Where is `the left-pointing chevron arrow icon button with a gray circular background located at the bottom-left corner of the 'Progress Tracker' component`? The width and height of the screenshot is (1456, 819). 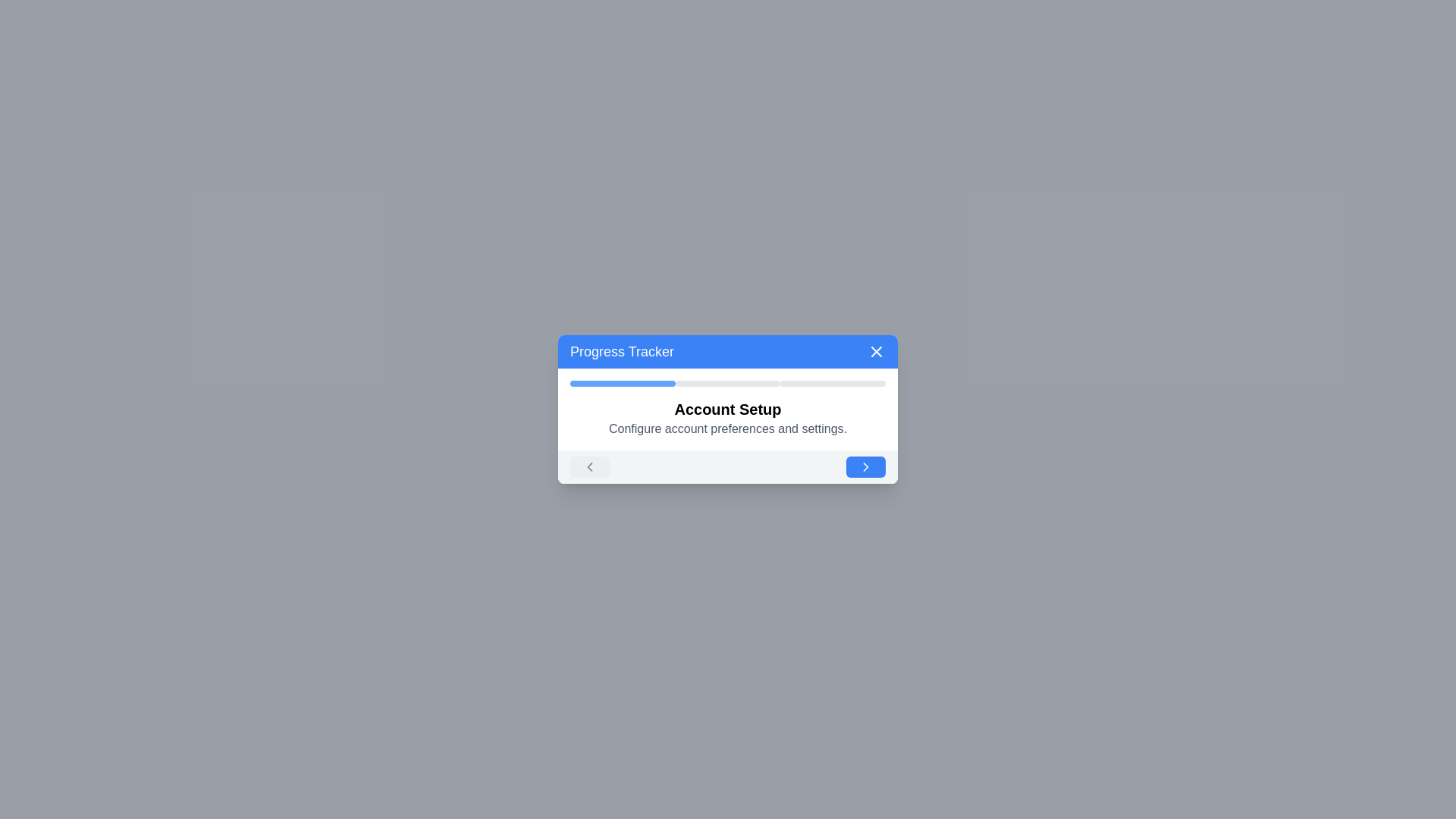 the left-pointing chevron arrow icon button with a gray circular background located at the bottom-left corner of the 'Progress Tracker' component is located at coordinates (588, 466).